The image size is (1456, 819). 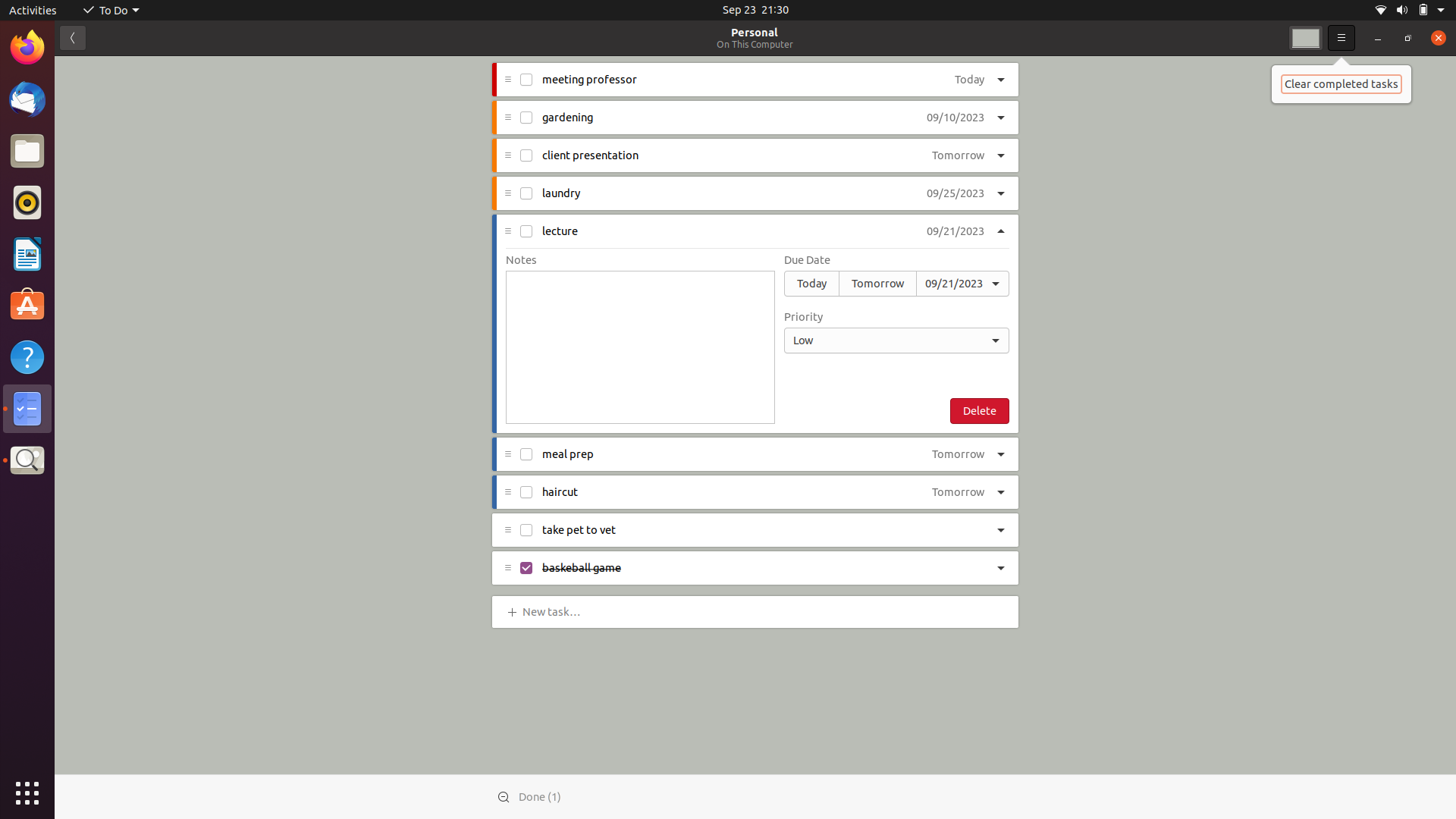 What do you see at coordinates (527, 192) in the screenshot?
I see `Check off the "laundry" task as done` at bounding box center [527, 192].